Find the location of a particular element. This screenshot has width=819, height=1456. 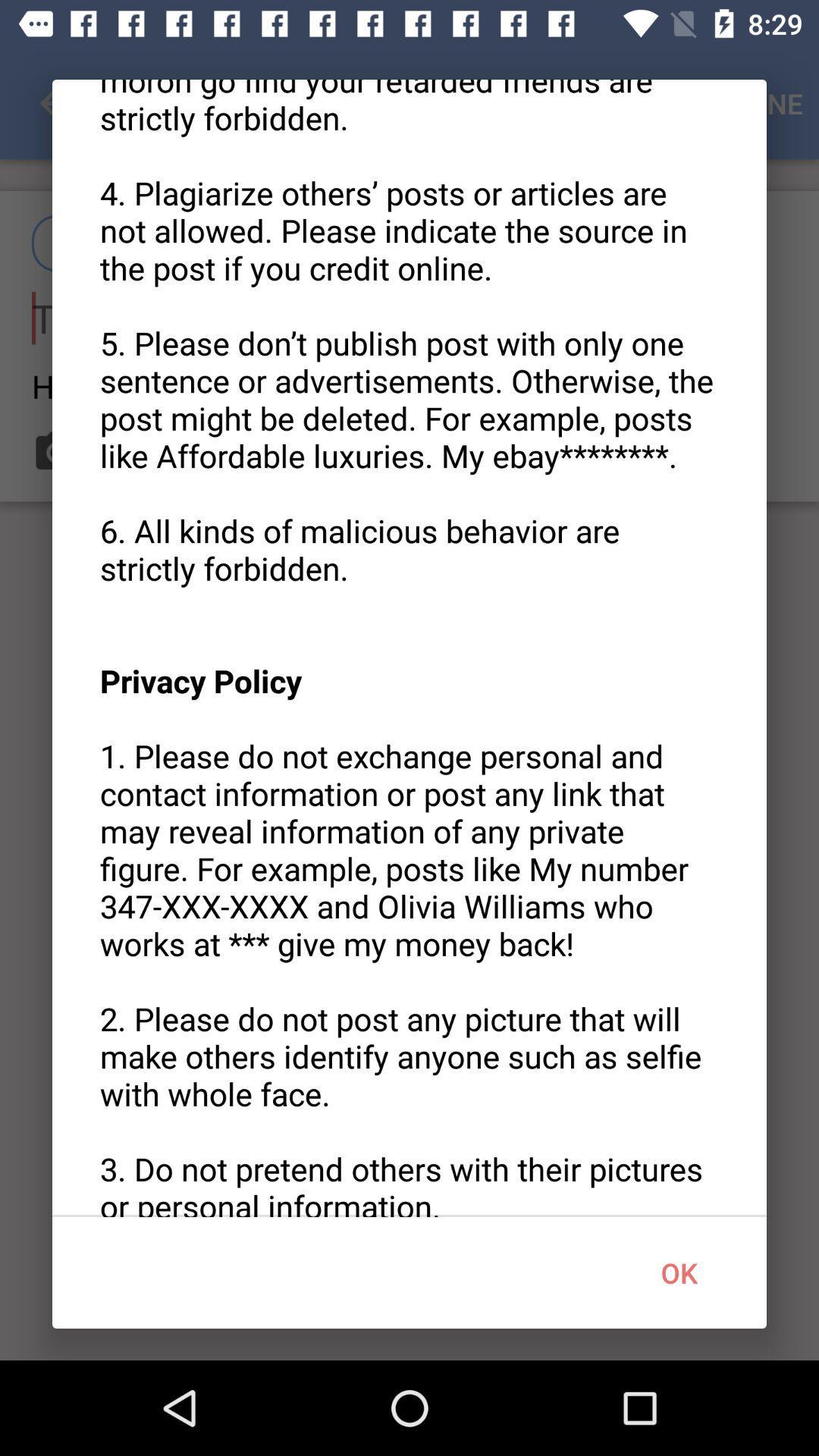

the ok is located at coordinates (678, 1272).